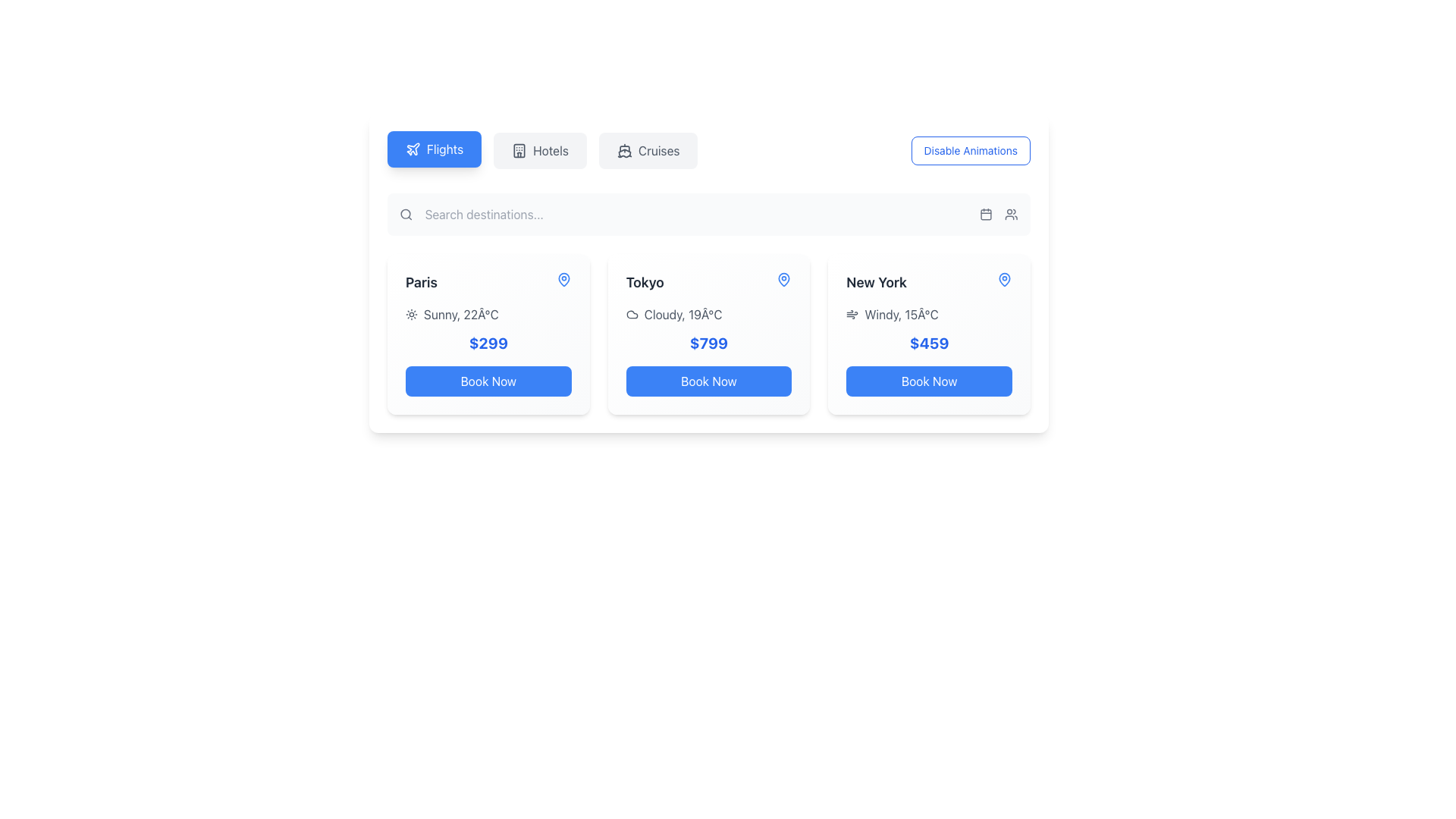 This screenshot has height=819, width=1456. Describe the element at coordinates (519, 151) in the screenshot. I see `the 'Hotels' icon in the navigation menu, located to the left of the 'Cruises' option` at that location.